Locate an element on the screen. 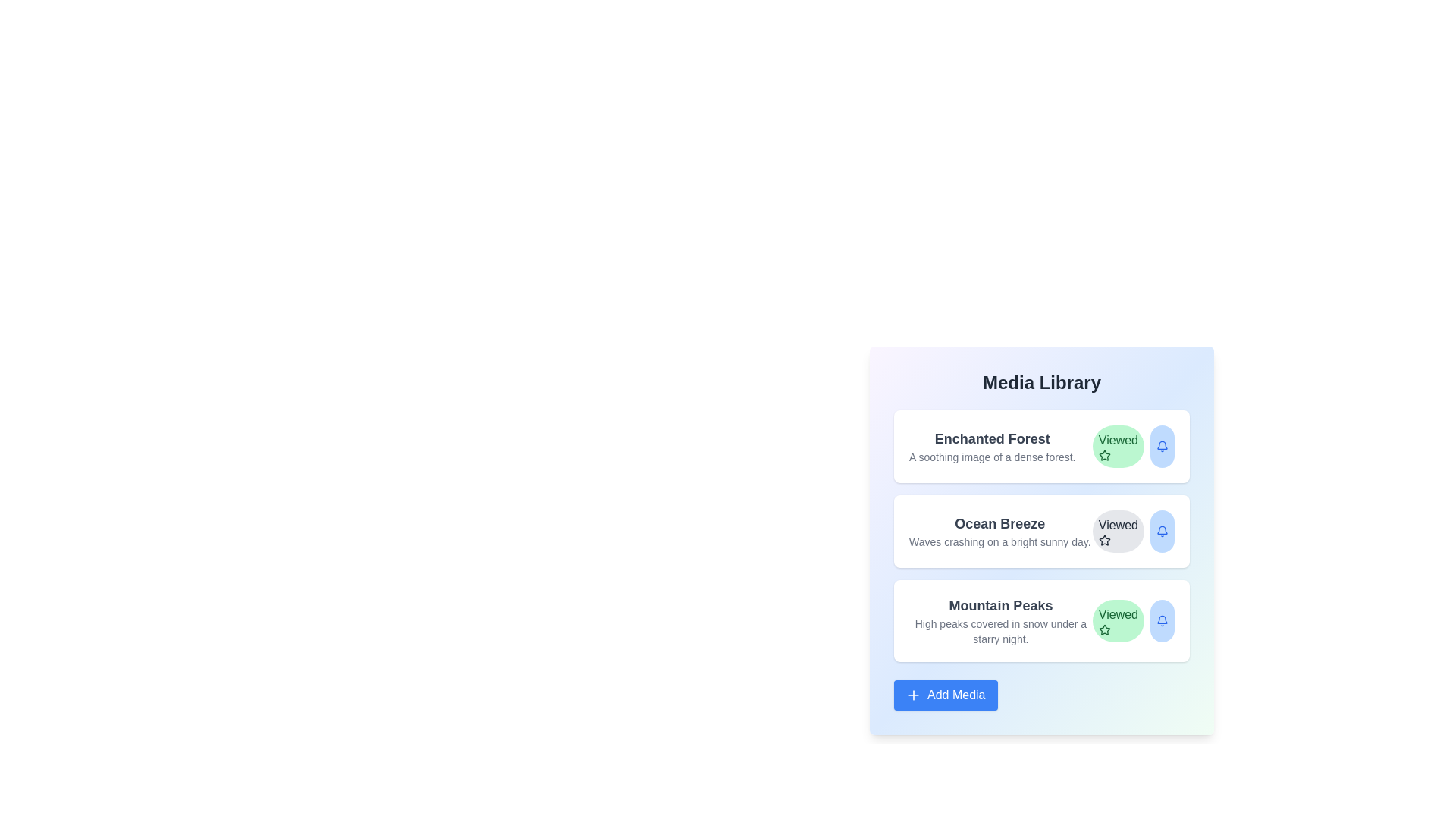  the 'Add Media' button to add a new media item is located at coordinates (945, 695).